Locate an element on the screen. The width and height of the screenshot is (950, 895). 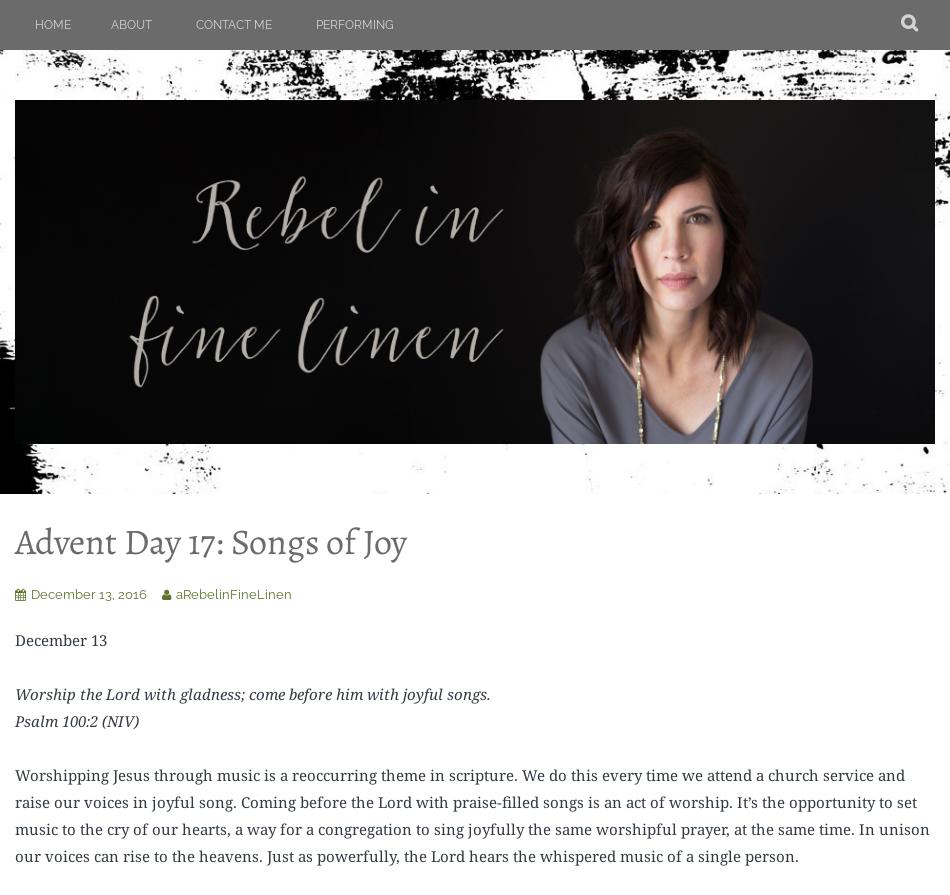
'Contact Me' is located at coordinates (195, 24).